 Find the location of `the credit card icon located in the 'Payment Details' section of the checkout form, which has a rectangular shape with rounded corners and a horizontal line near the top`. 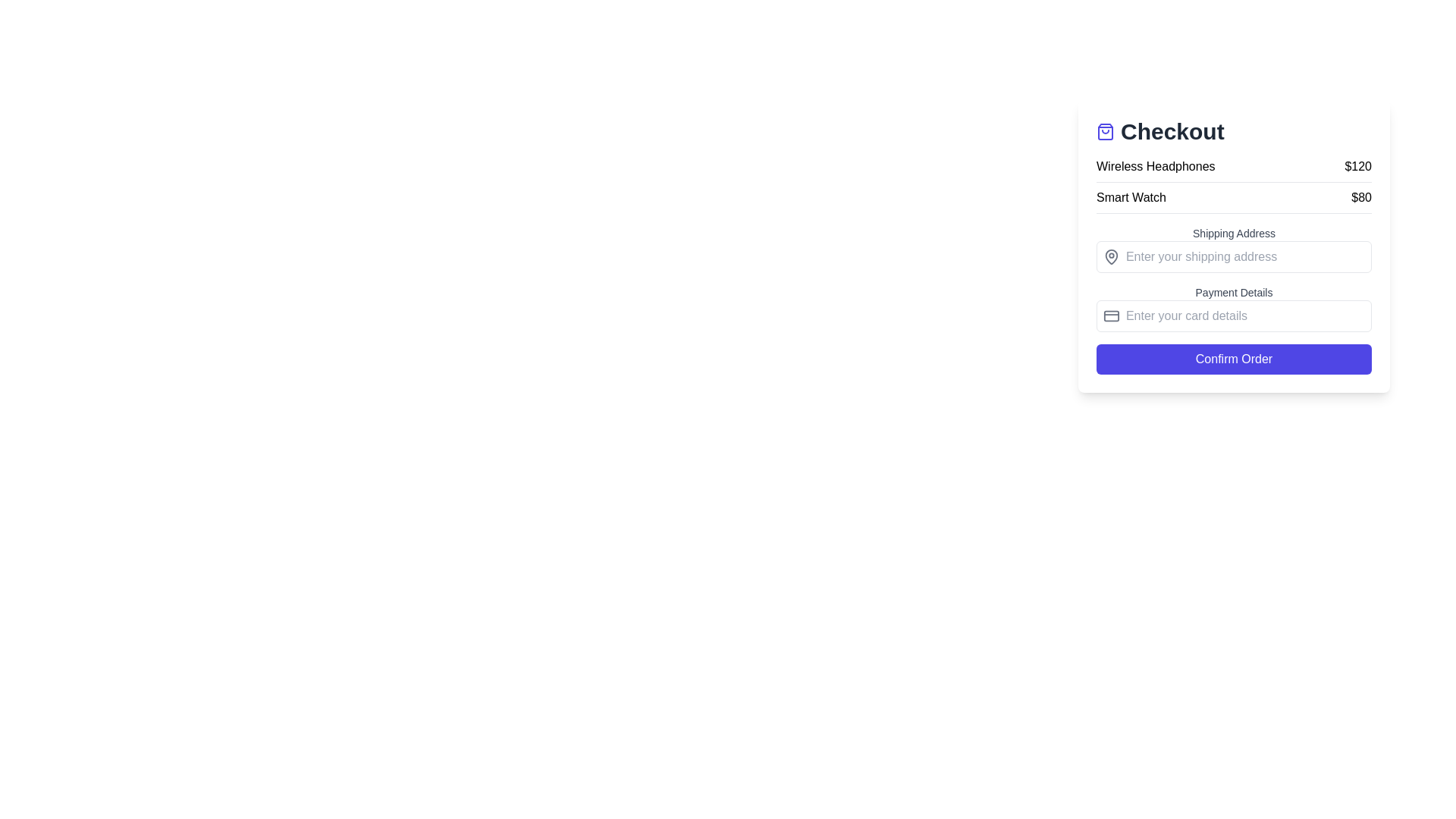

the credit card icon located in the 'Payment Details' section of the checkout form, which has a rectangular shape with rounded corners and a horizontal line near the top is located at coordinates (1111, 315).